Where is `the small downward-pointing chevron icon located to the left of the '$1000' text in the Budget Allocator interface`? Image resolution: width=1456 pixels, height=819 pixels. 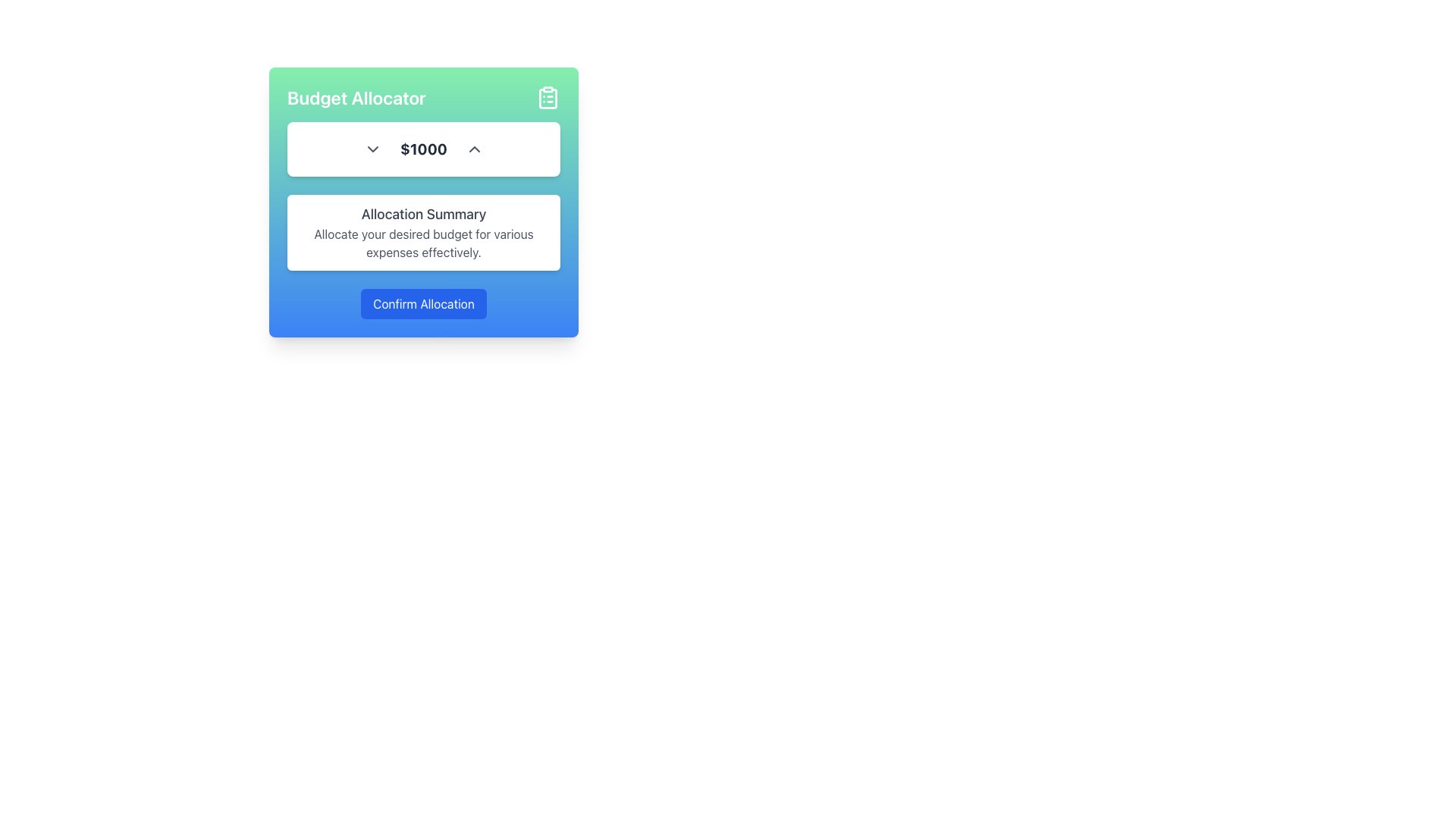 the small downward-pointing chevron icon located to the left of the '$1000' text in the Budget Allocator interface is located at coordinates (373, 149).